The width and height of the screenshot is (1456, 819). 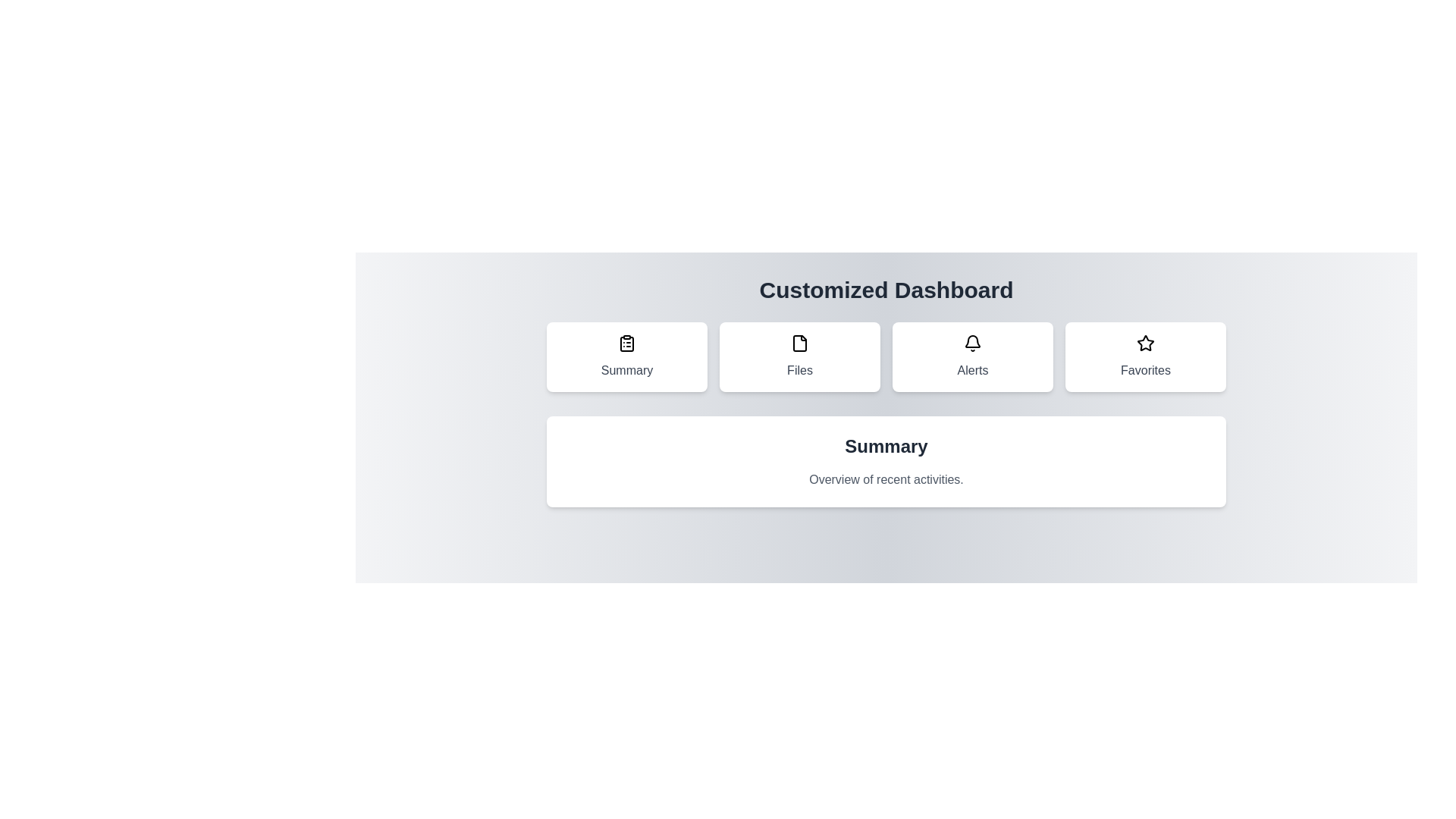 I want to click on the 'Summary' text label, which is styled in medium font weight and gray color, located below the clipboard icon in the first card of the grid, so click(x=626, y=371).